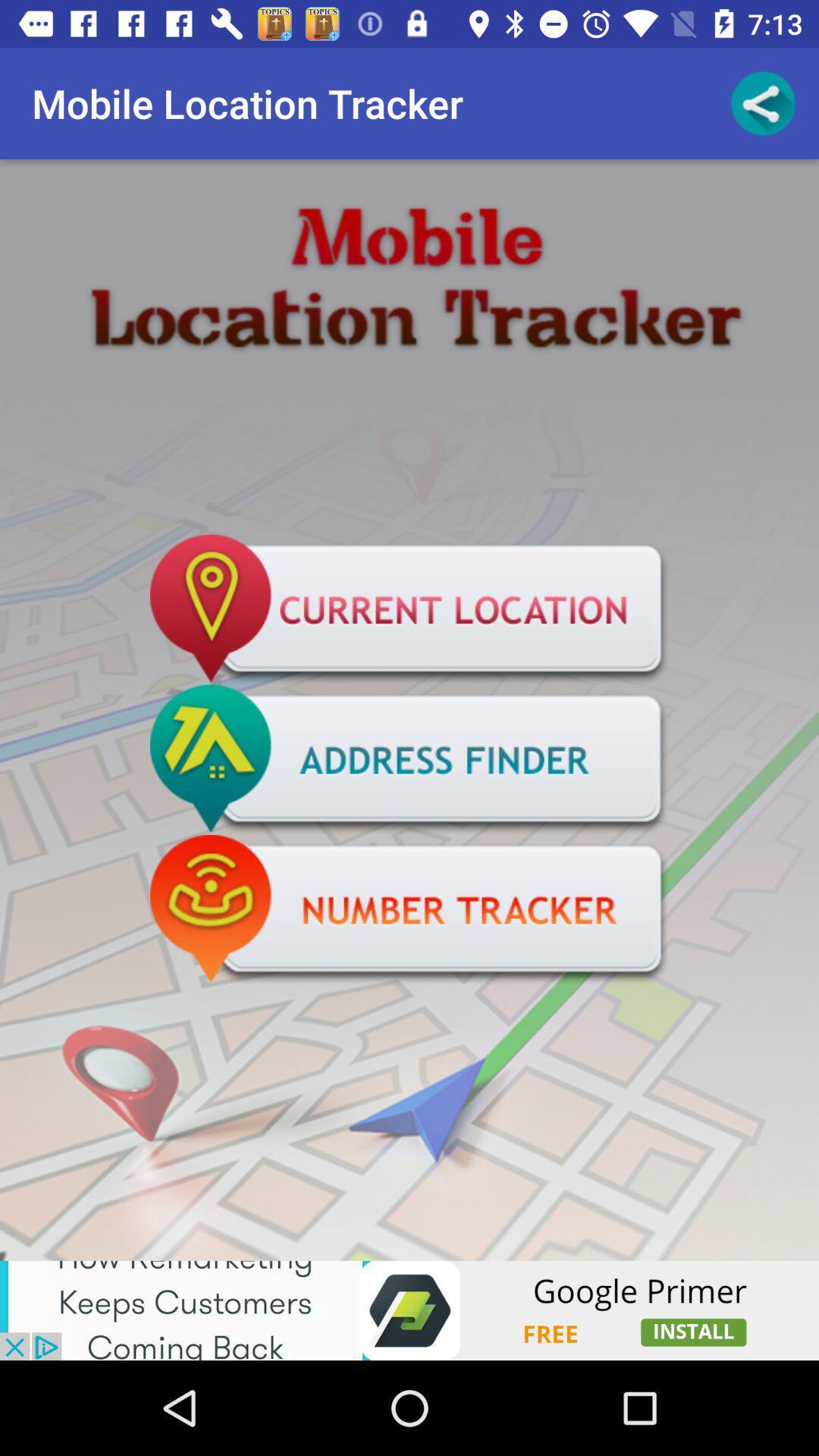  I want to click on show my current location, so click(409, 610).